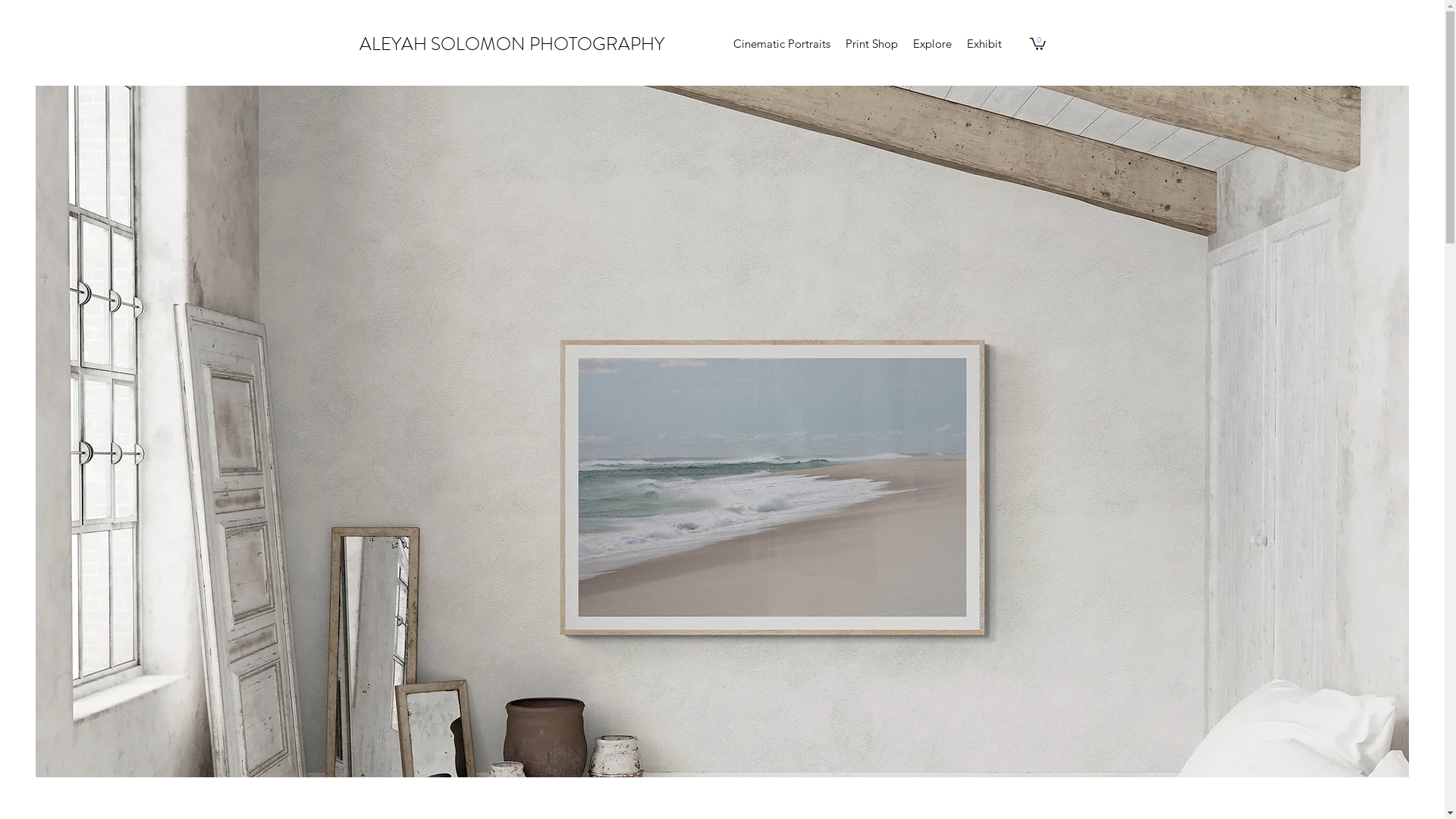 The width and height of the screenshot is (1456, 819). What do you see at coordinates (931, 42) in the screenshot?
I see `'Explore'` at bounding box center [931, 42].